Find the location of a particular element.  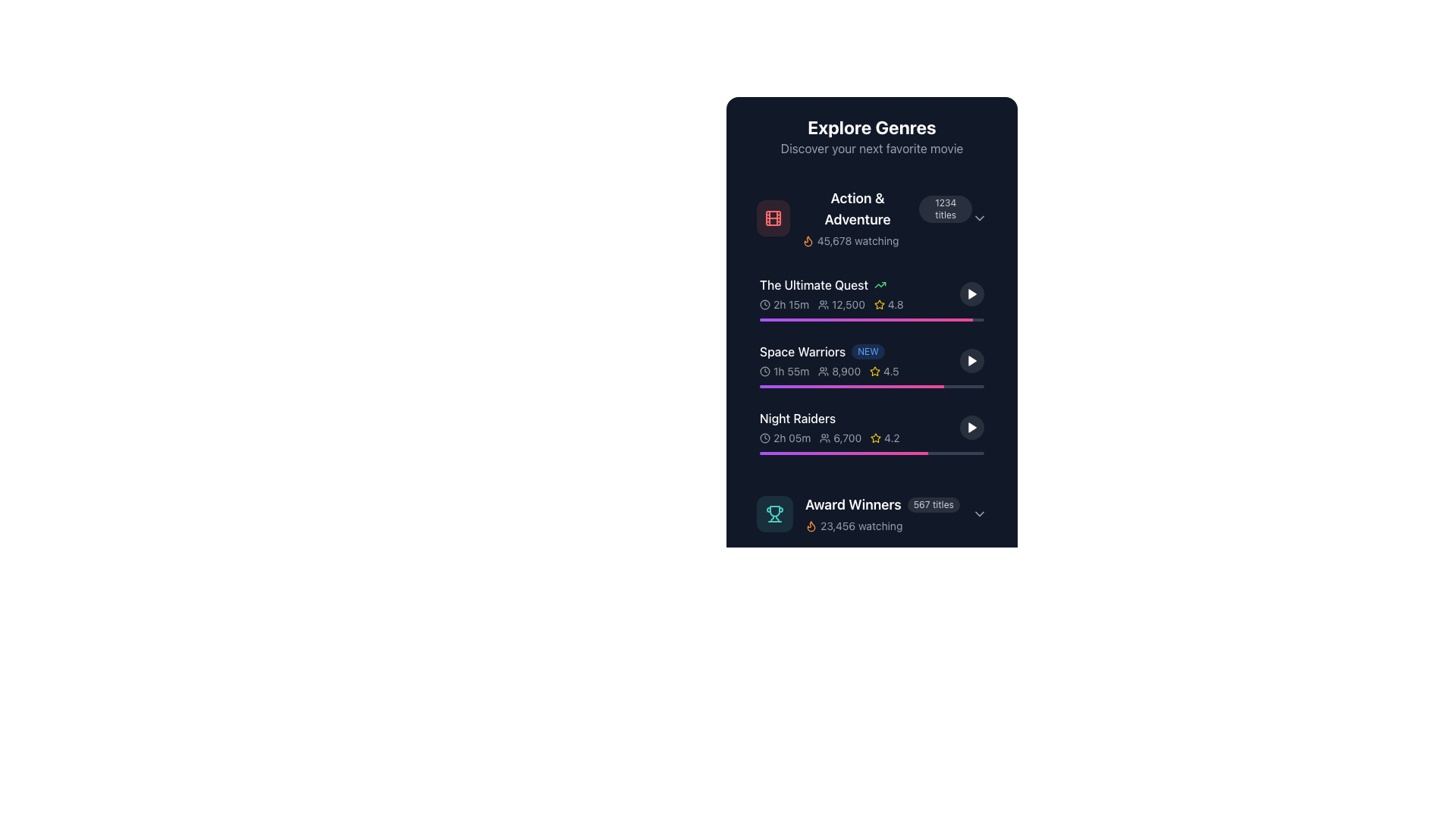

the Text Label displaying the value '4.8', which is styled in a small gray font and located next to a yellow star icon in a dark-themed interface is located at coordinates (896, 304).